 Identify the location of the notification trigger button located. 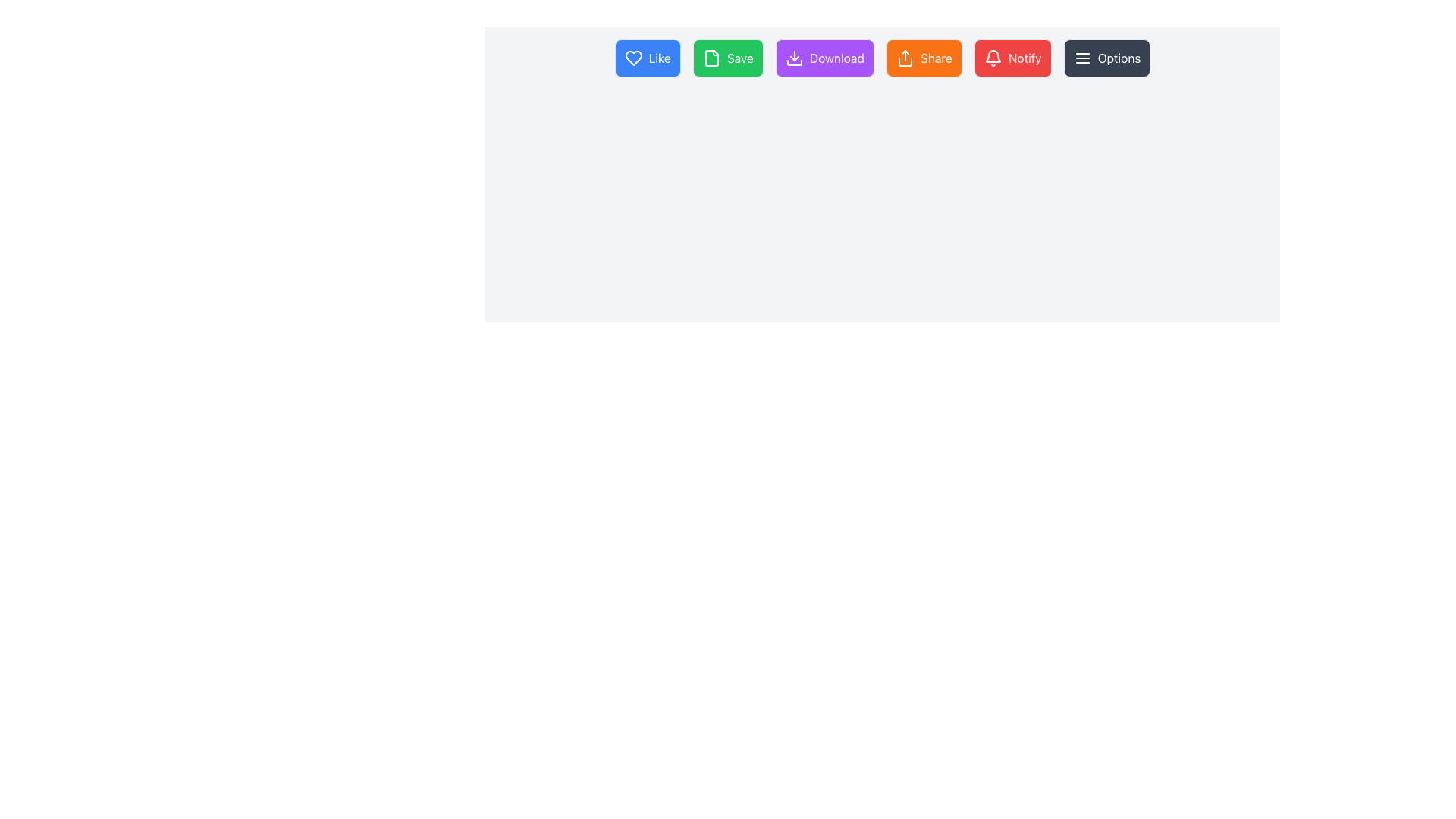
(1012, 58).